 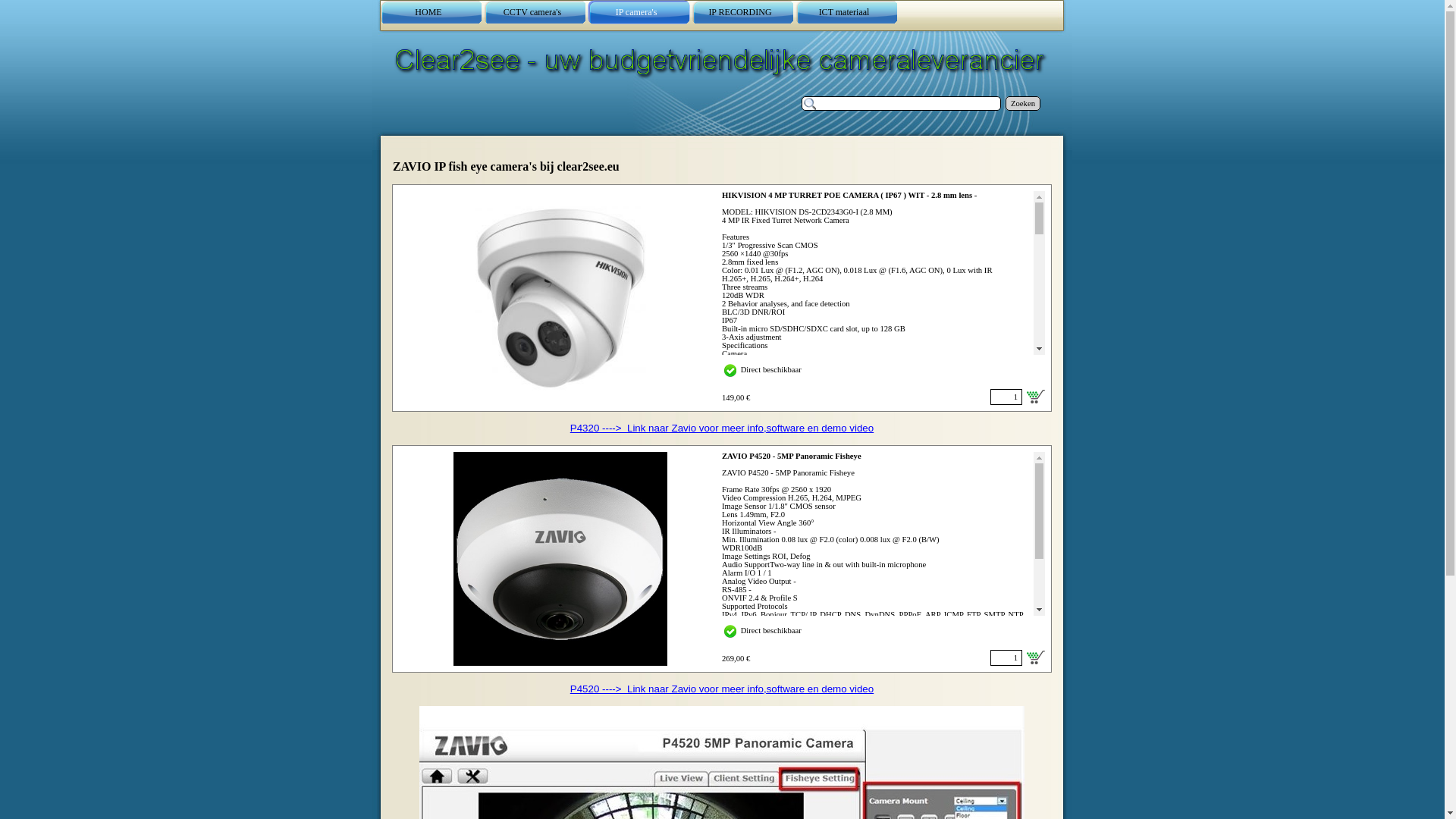 I want to click on 'Zoeken', so click(x=1005, y=102).